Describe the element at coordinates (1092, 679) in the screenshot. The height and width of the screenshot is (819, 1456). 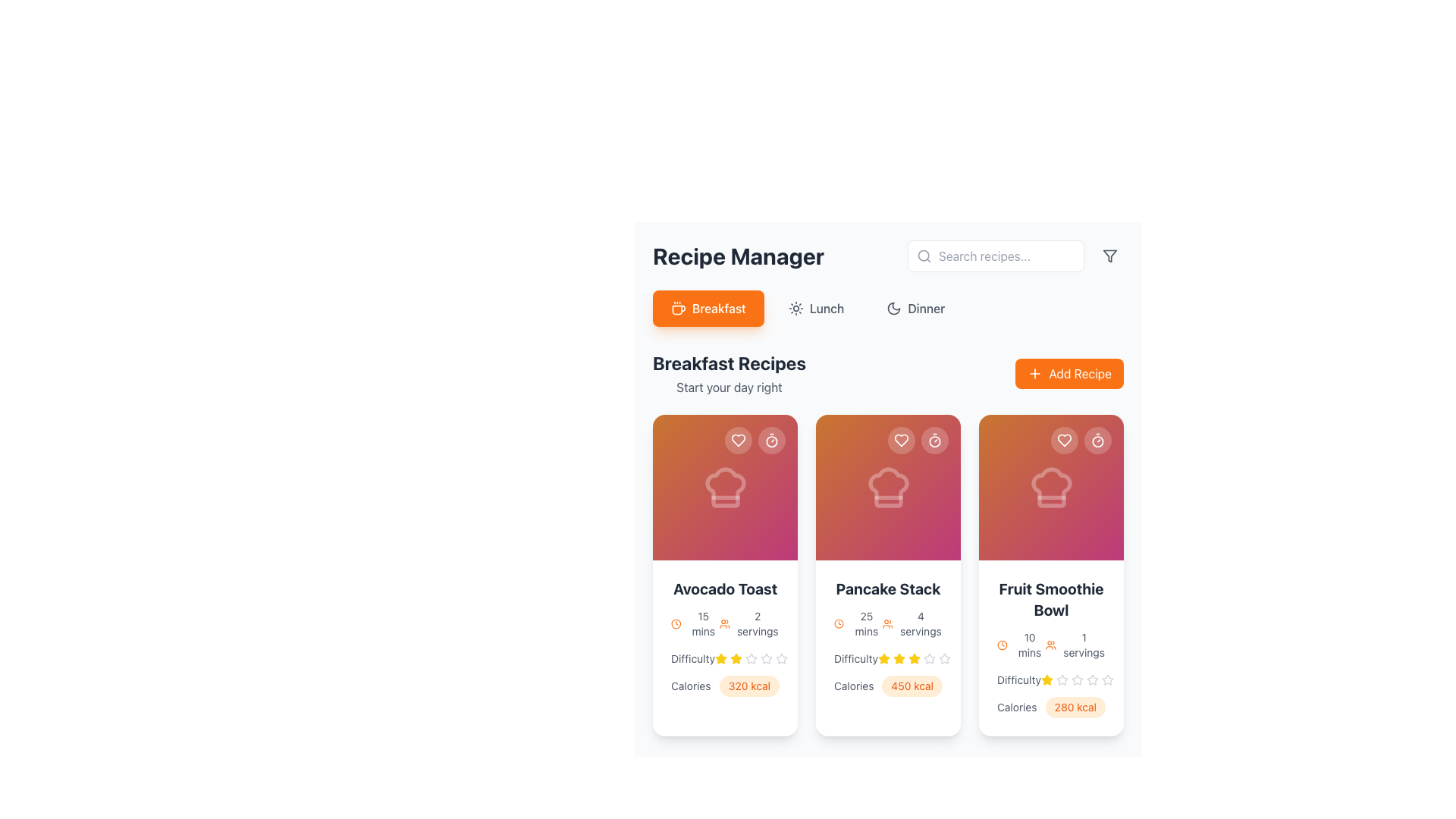
I see `the fifth star` at that location.